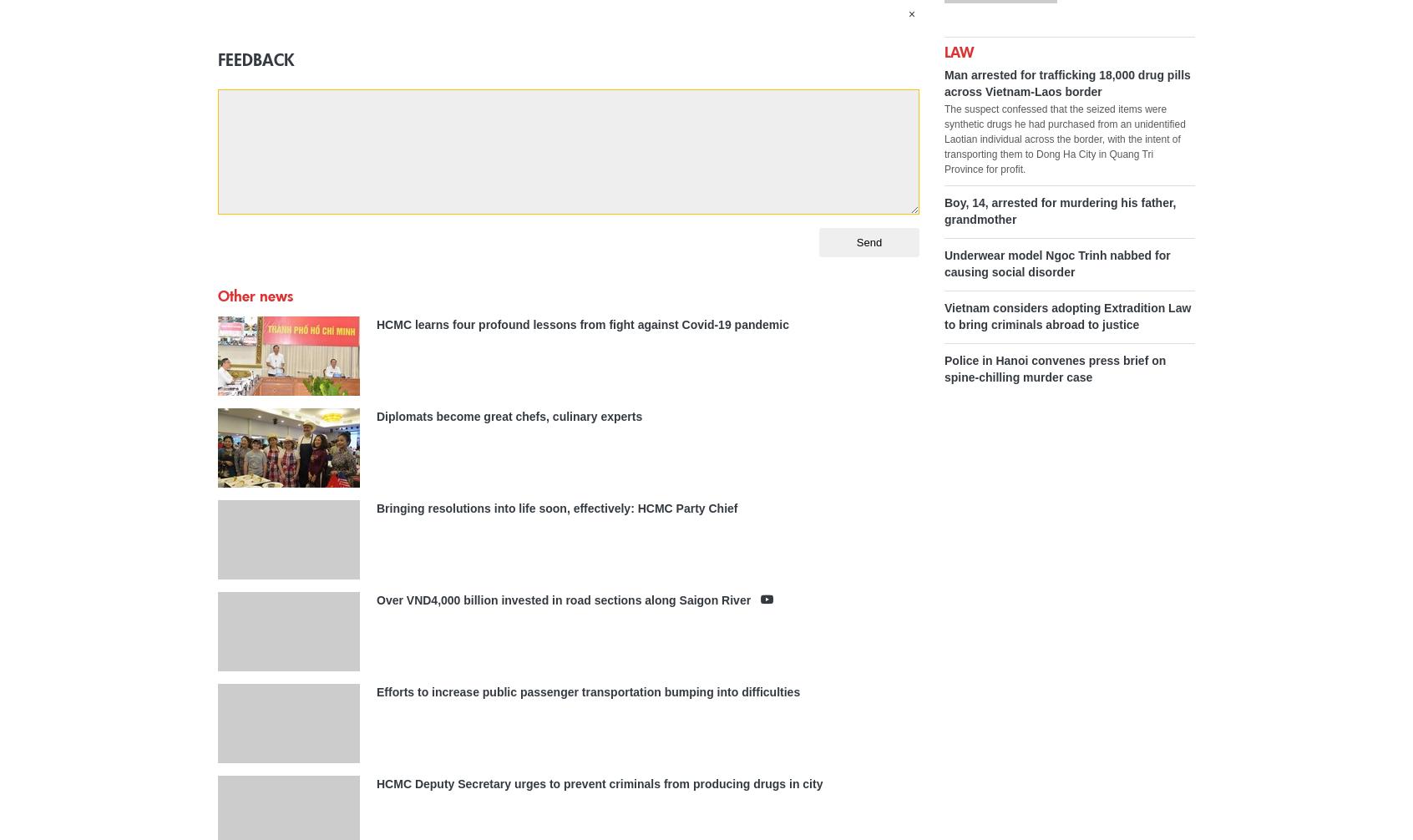 This screenshot has width=1413, height=840. What do you see at coordinates (1066, 82) in the screenshot?
I see `'Man arrested for trafficking 18,000 drug pills across Vietnam-Laos border'` at bounding box center [1066, 82].